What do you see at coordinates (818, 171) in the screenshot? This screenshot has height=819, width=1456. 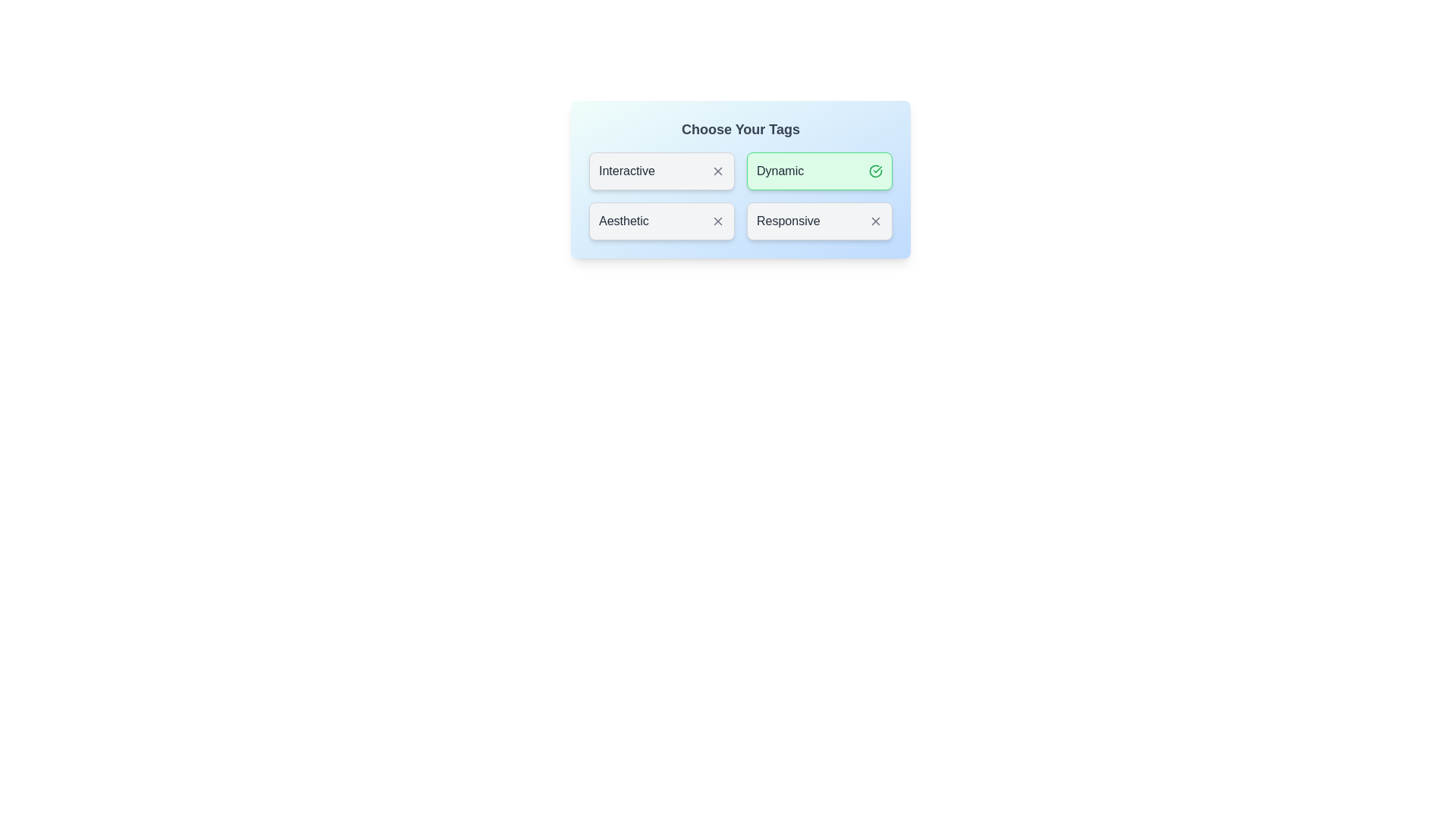 I see `the tag labeled Dynamic` at bounding box center [818, 171].